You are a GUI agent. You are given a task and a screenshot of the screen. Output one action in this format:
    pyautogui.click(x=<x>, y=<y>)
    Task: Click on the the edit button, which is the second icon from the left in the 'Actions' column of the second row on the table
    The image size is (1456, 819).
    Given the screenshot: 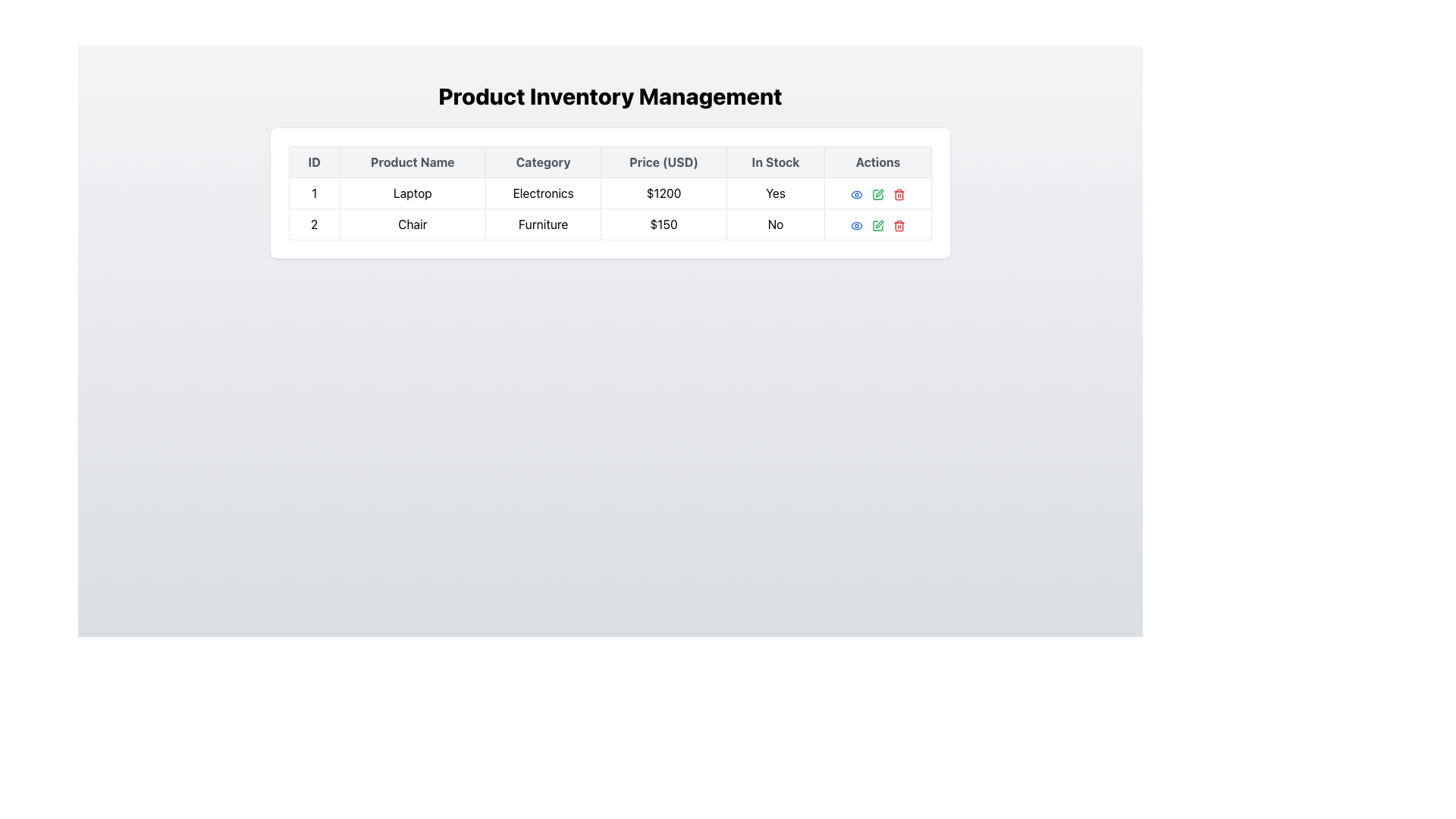 What is the action you would take?
    pyautogui.click(x=877, y=224)
    